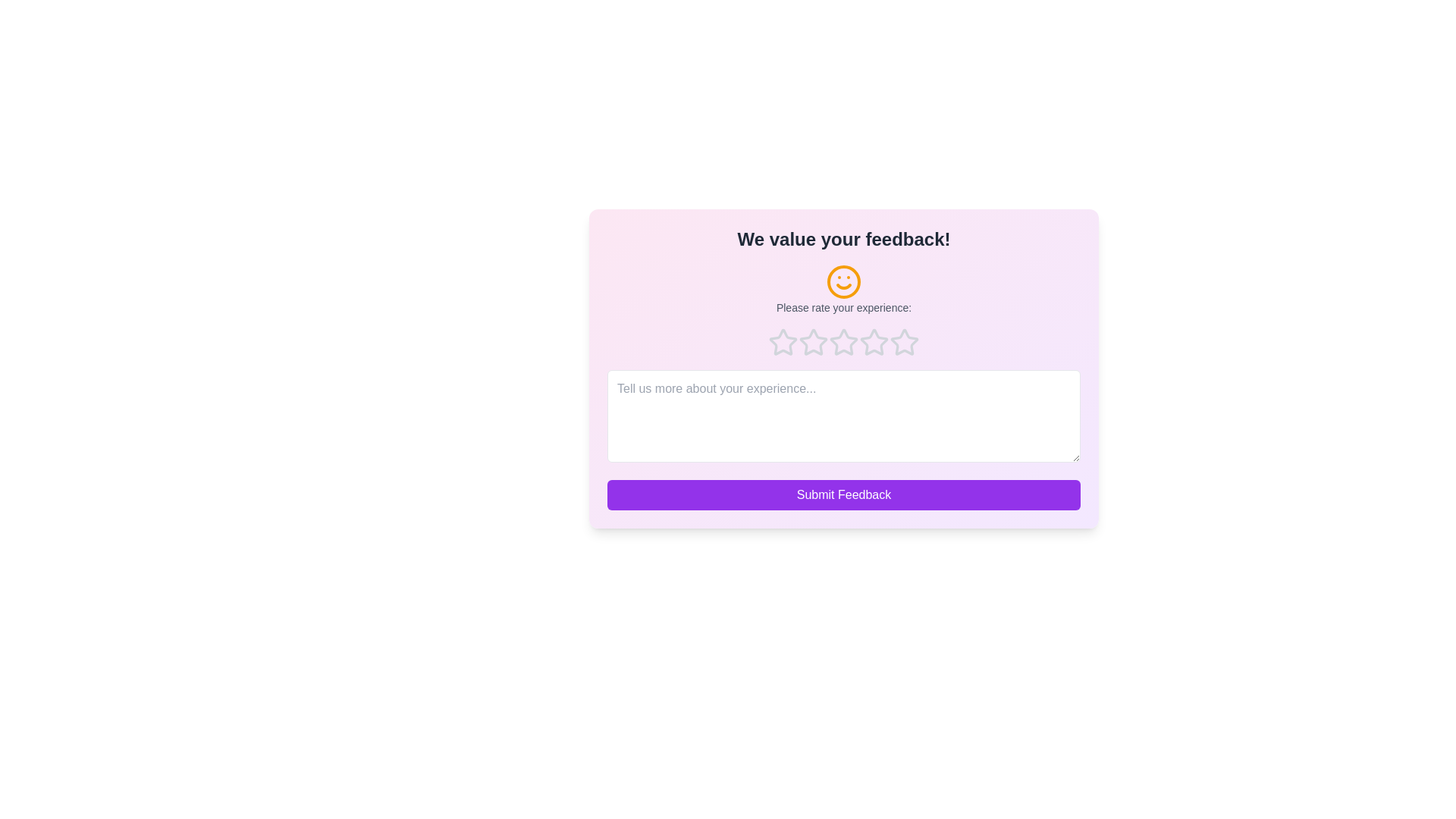 Image resolution: width=1456 pixels, height=819 pixels. Describe the element at coordinates (783, 342) in the screenshot. I see `the first rating star icon` at that location.